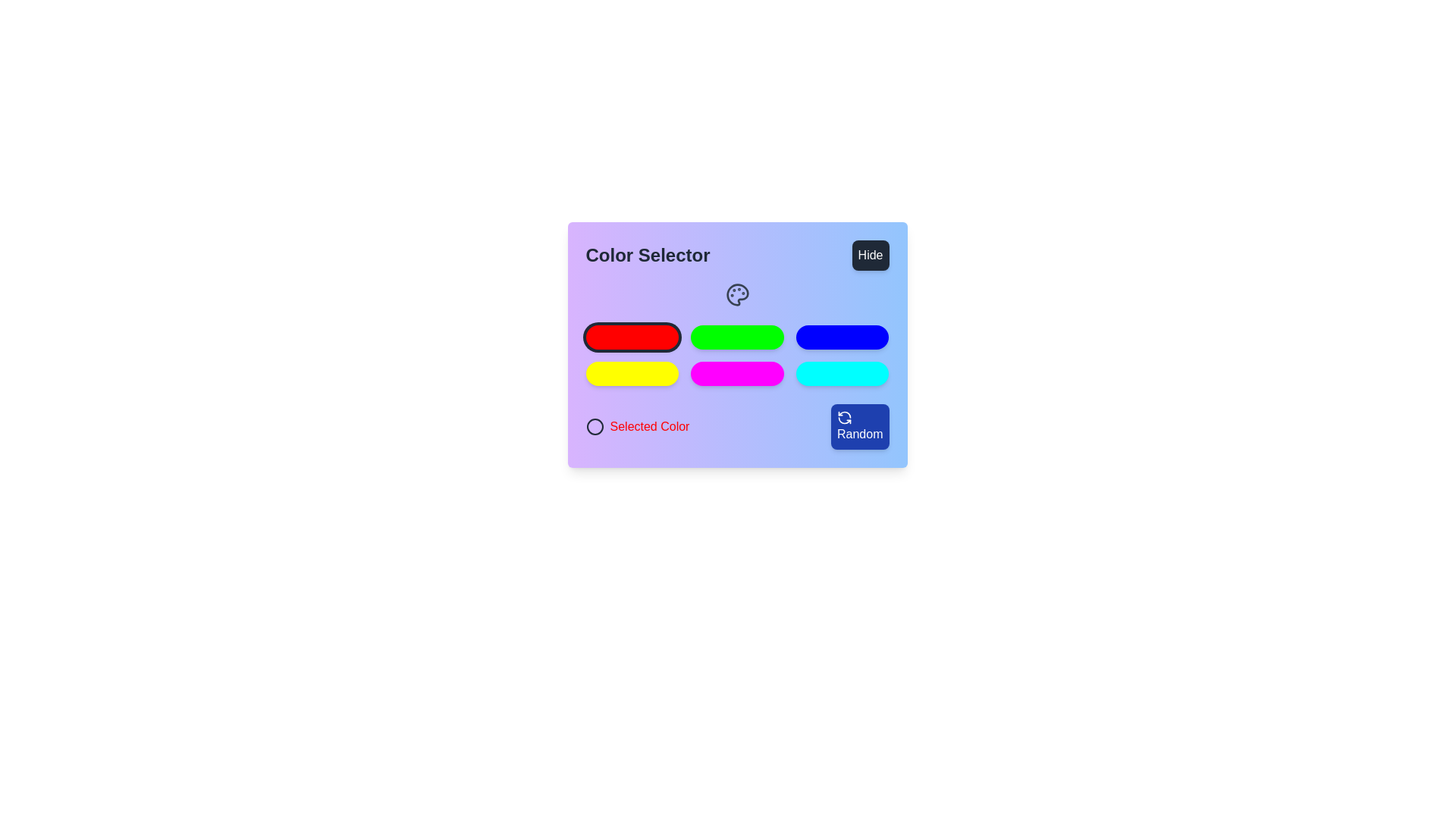  I want to click on the button that has a green background and rounded edges using keyboard navigation, so click(737, 345).